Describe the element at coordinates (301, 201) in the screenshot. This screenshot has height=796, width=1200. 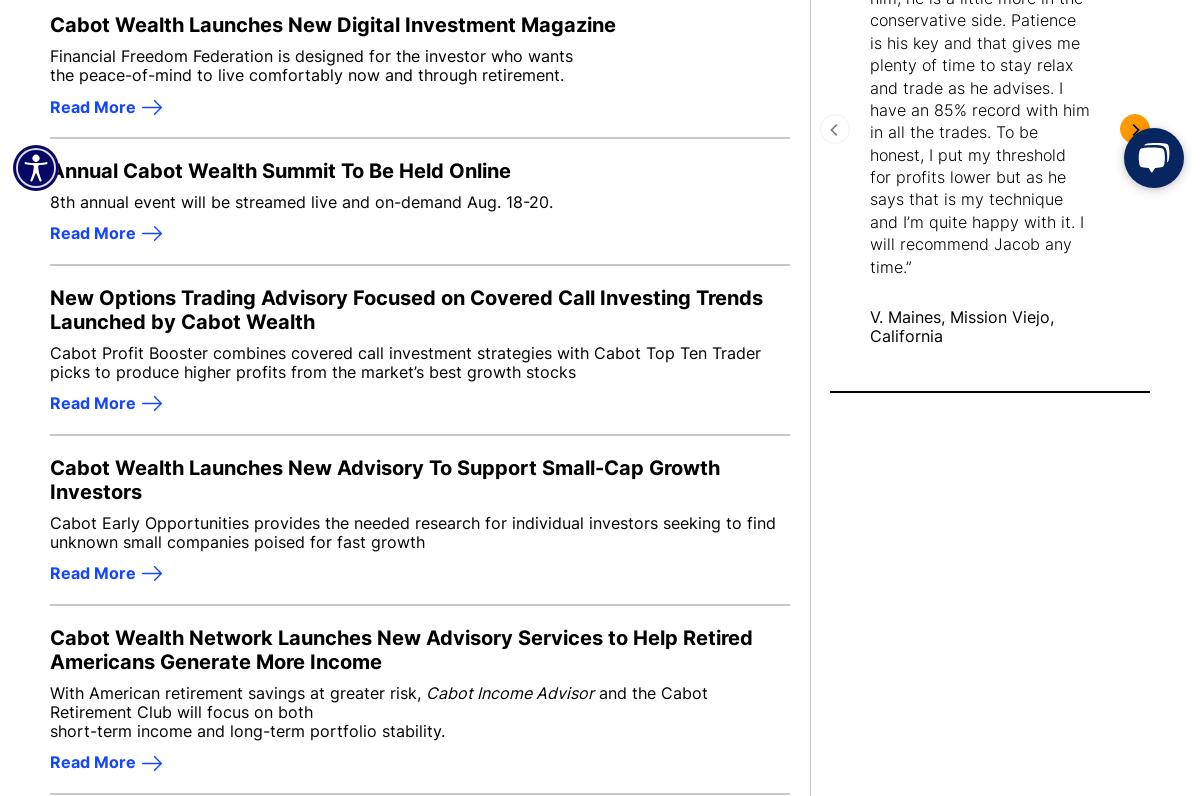
I see `'8th annual event will be streamed live and on-demand Aug. 18-20.'` at that location.